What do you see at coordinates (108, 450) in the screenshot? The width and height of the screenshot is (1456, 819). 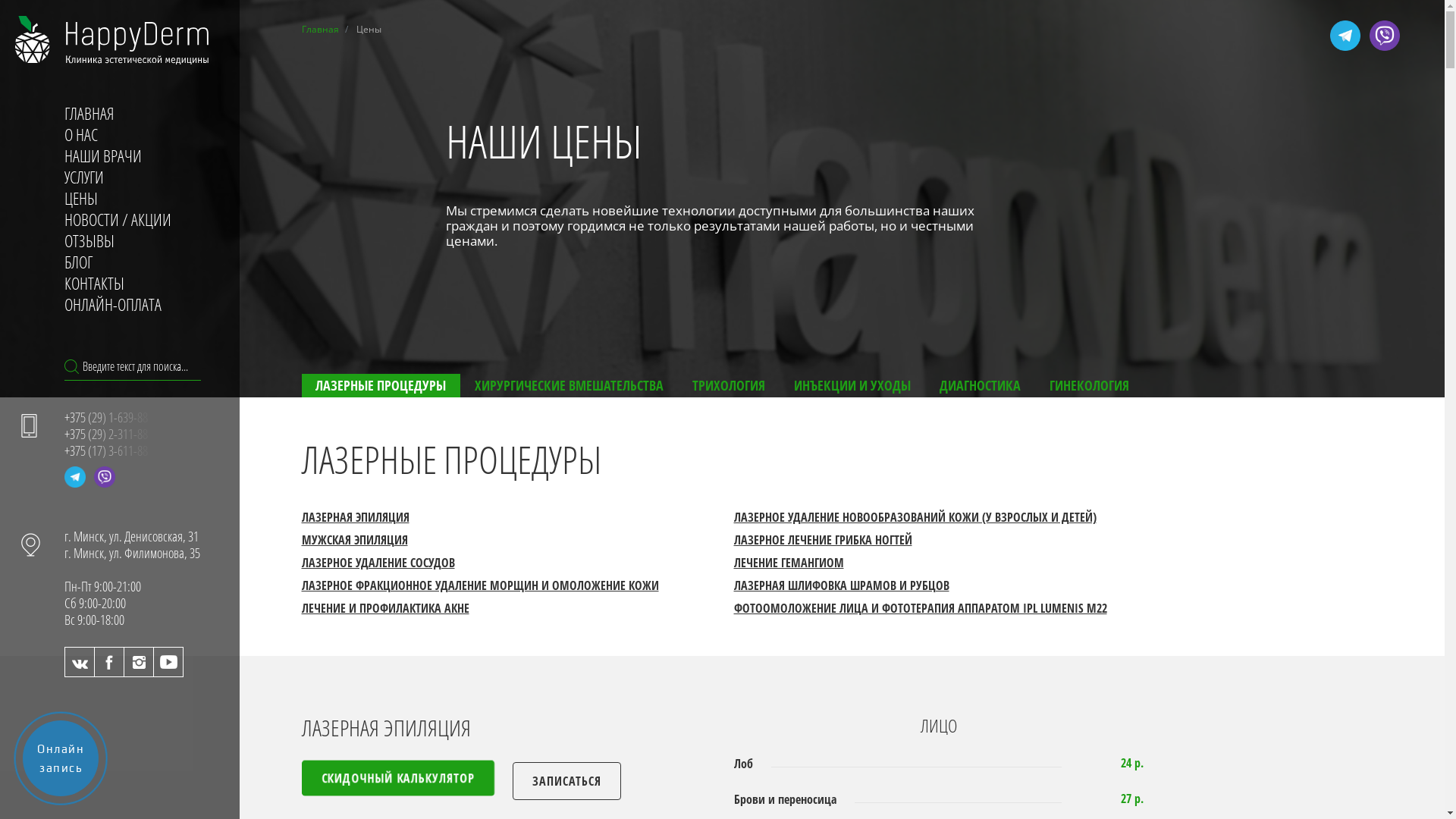 I see `'+375 (17) 3-611-88'` at bounding box center [108, 450].